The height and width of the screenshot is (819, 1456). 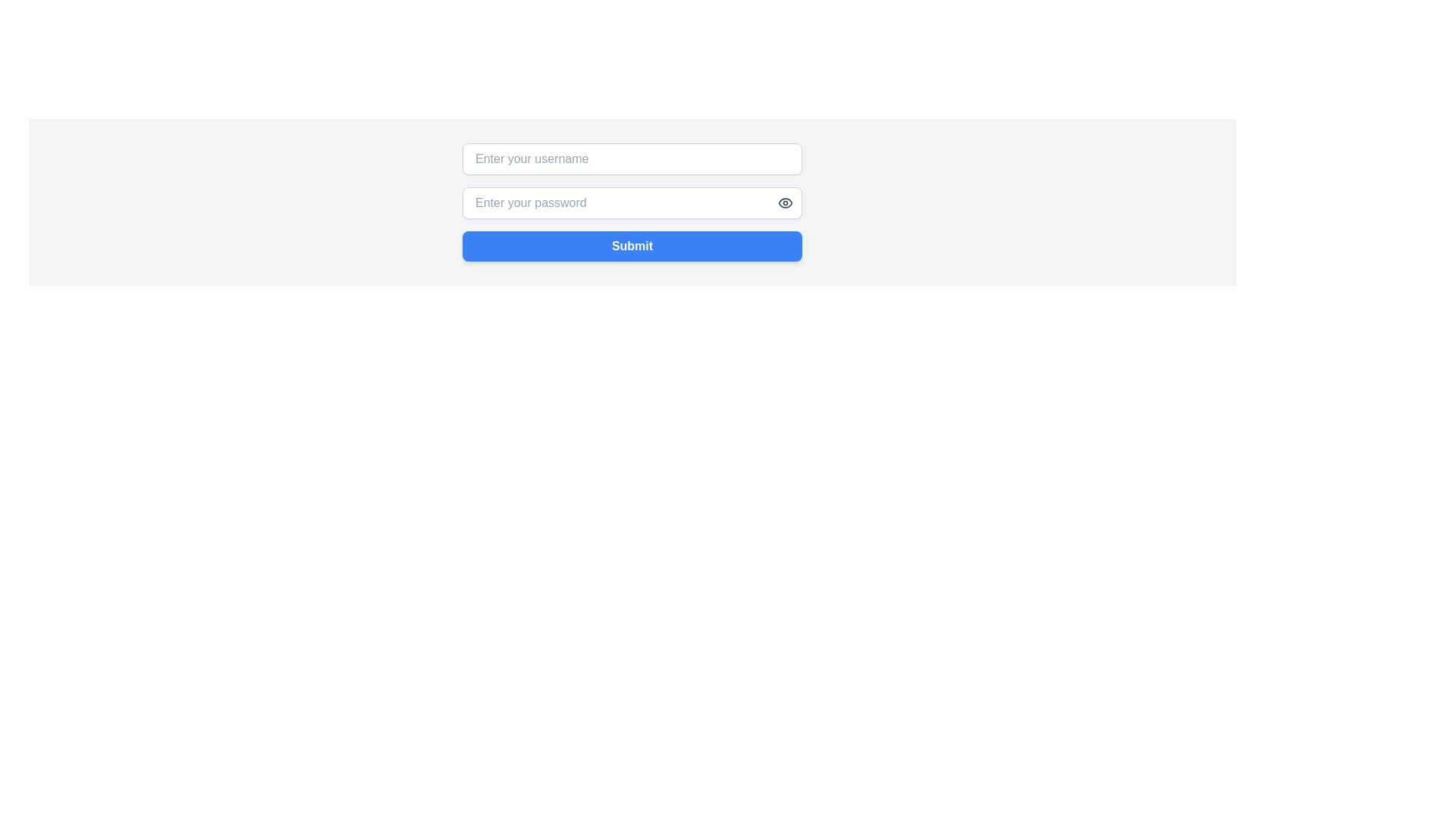 I want to click on the submit button located below the input fields, so click(x=632, y=245).